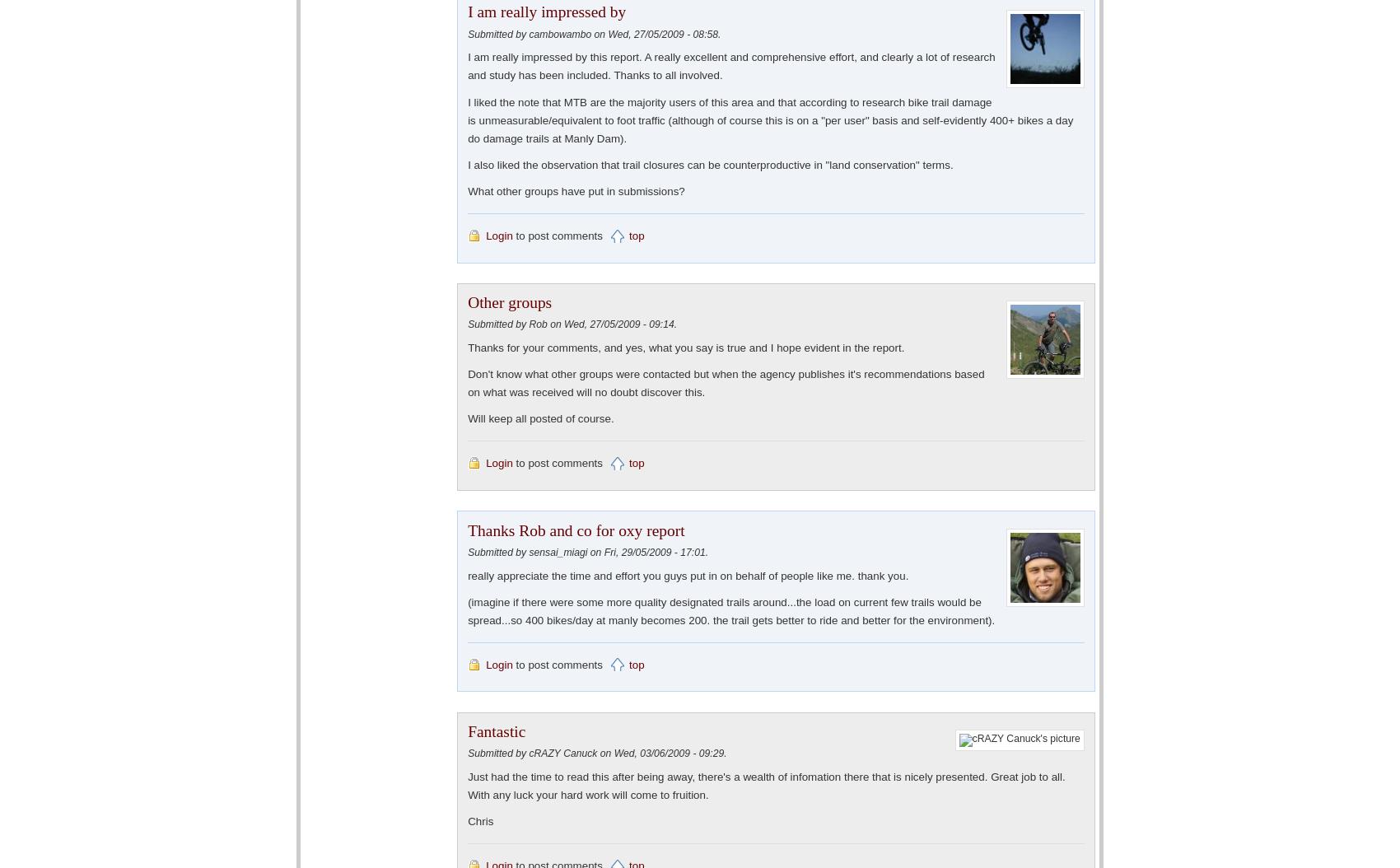  What do you see at coordinates (731, 610) in the screenshot?
I see `'(imagine if there were some more quality designated trails around...the load on current few trails would be spread...so 400 bikes/day at manly becomes 200.  the trail gets better to ride and better for the environment).'` at bounding box center [731, 610].